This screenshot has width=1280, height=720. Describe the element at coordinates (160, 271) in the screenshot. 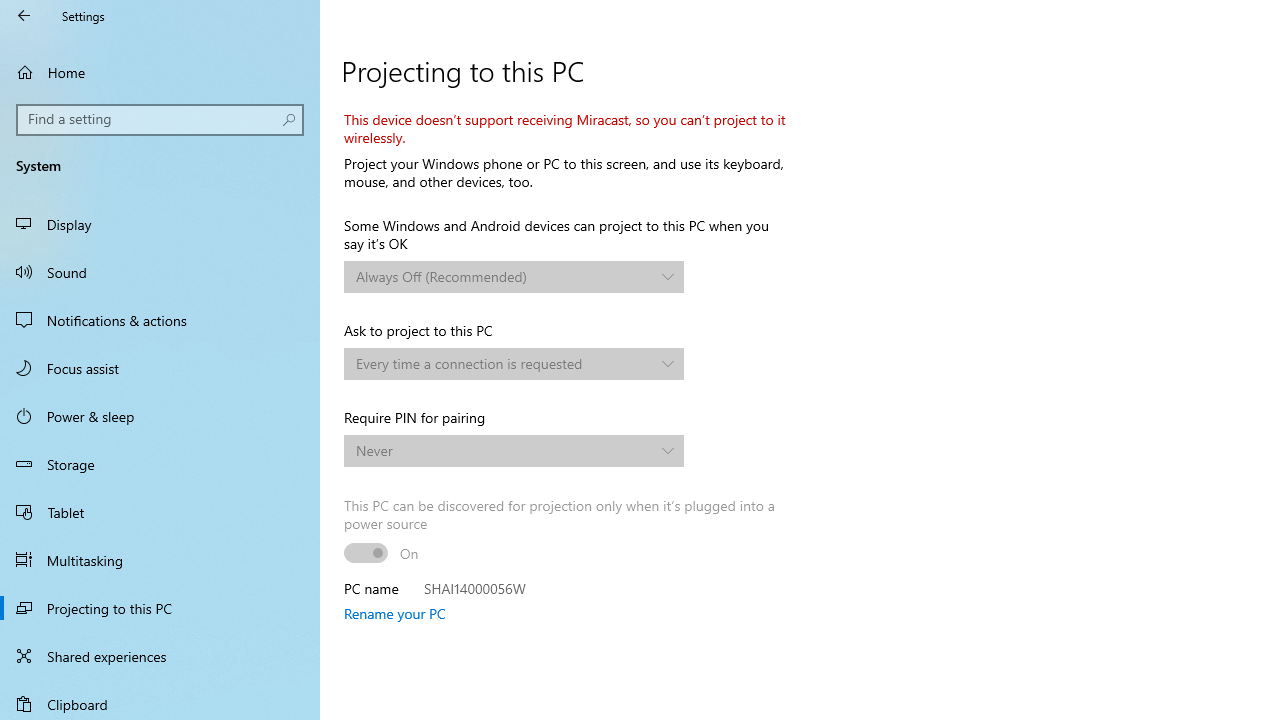

I see `'Sound'` at that location.